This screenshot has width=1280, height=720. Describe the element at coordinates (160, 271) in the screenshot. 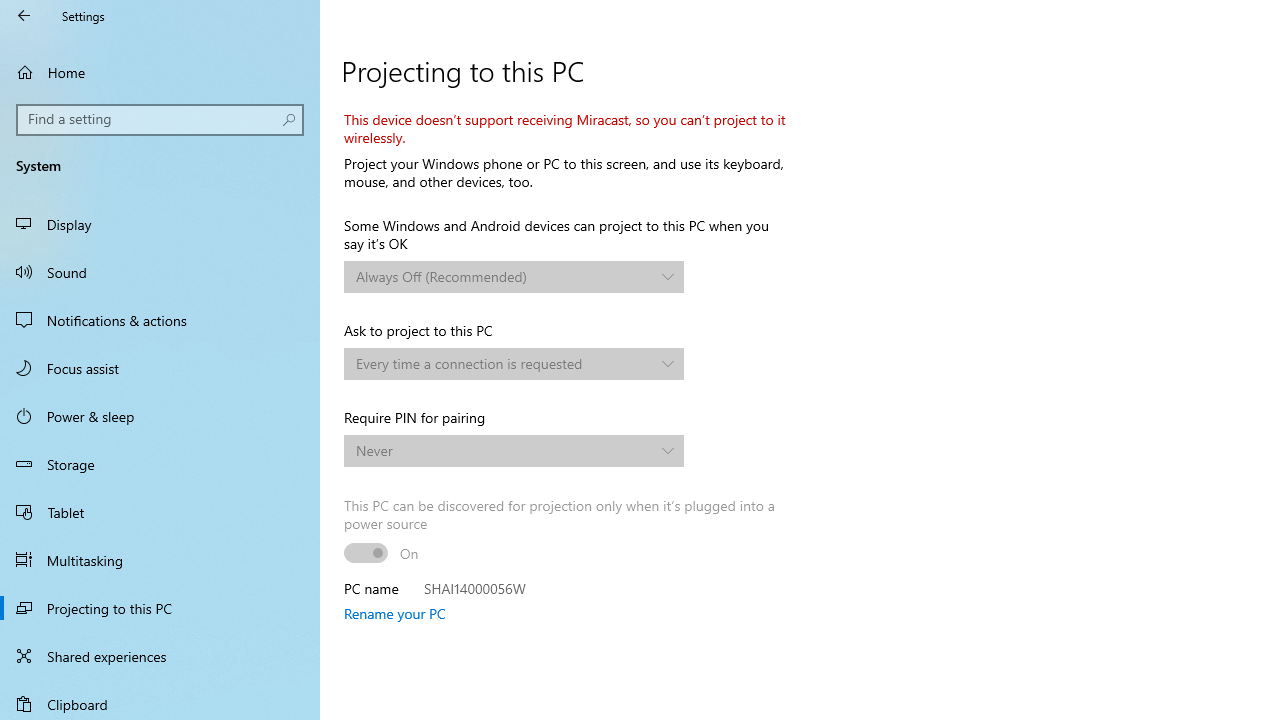

I see `'Sound'` at that location.